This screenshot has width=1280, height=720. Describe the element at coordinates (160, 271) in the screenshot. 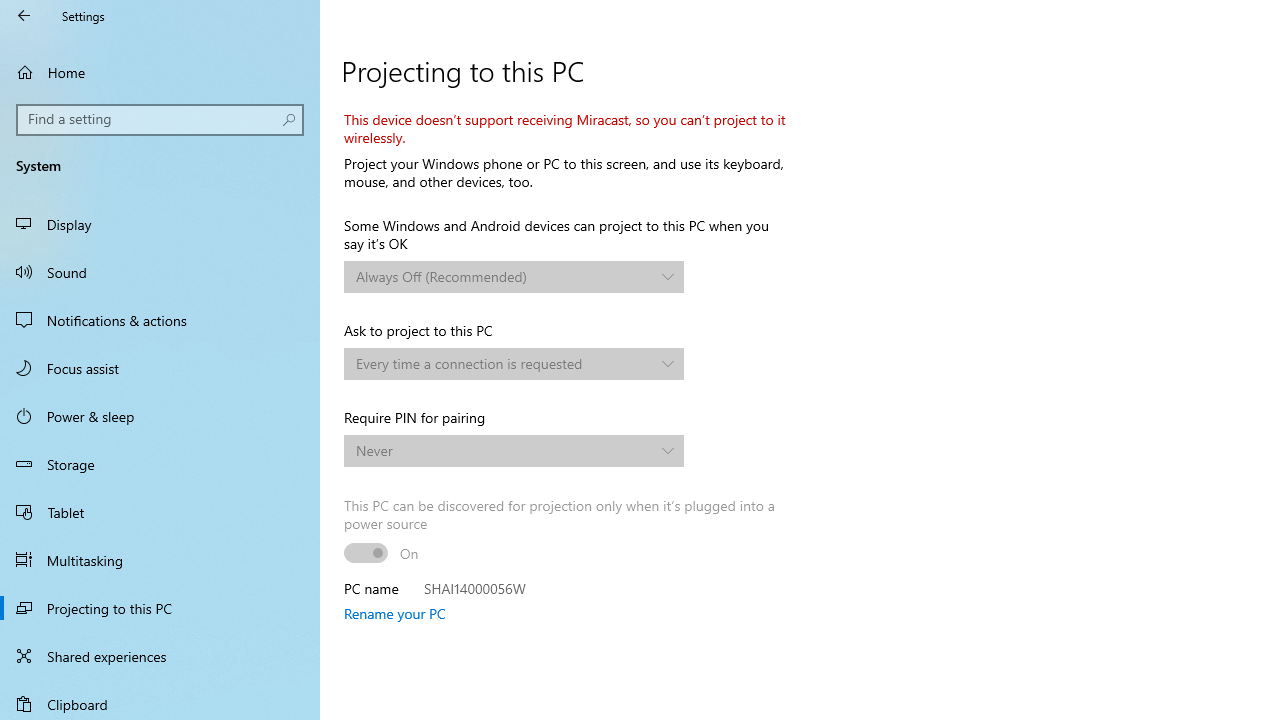

I see `'Sound'` at that location.